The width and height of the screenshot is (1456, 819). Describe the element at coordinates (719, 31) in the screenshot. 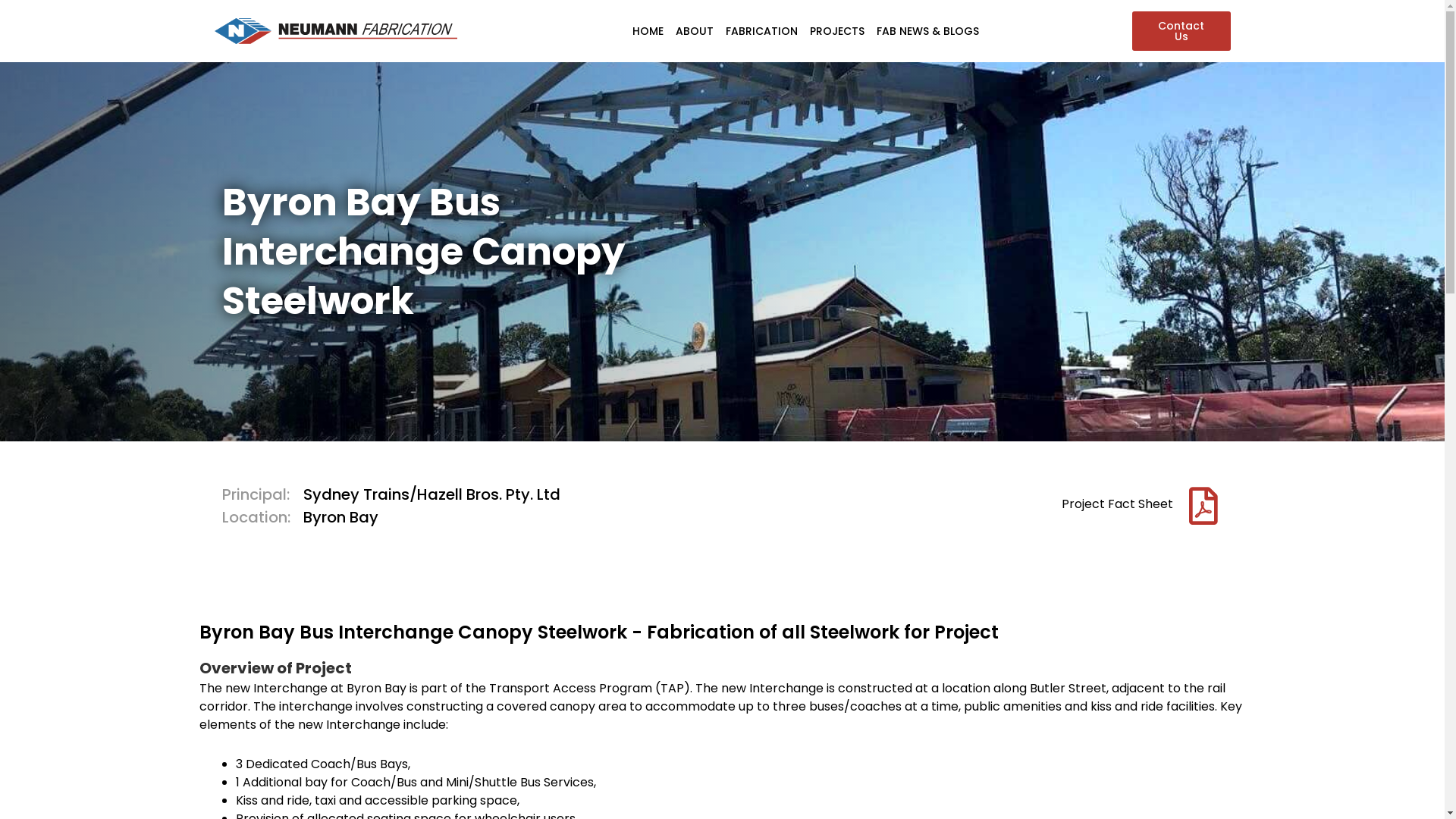

I see `'FABRICATION'` at that location.